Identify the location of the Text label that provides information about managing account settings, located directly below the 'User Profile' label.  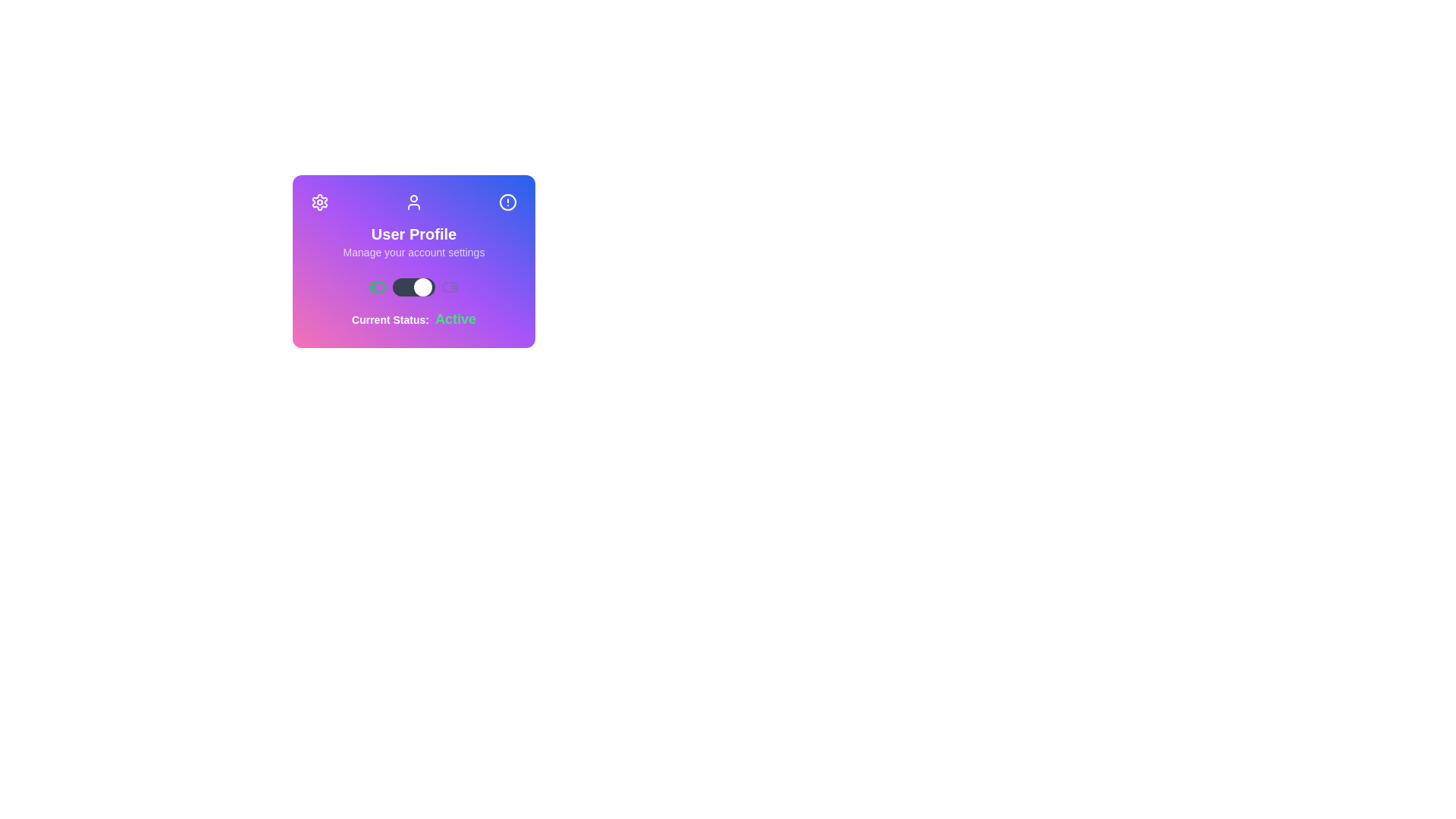
(414, 251).